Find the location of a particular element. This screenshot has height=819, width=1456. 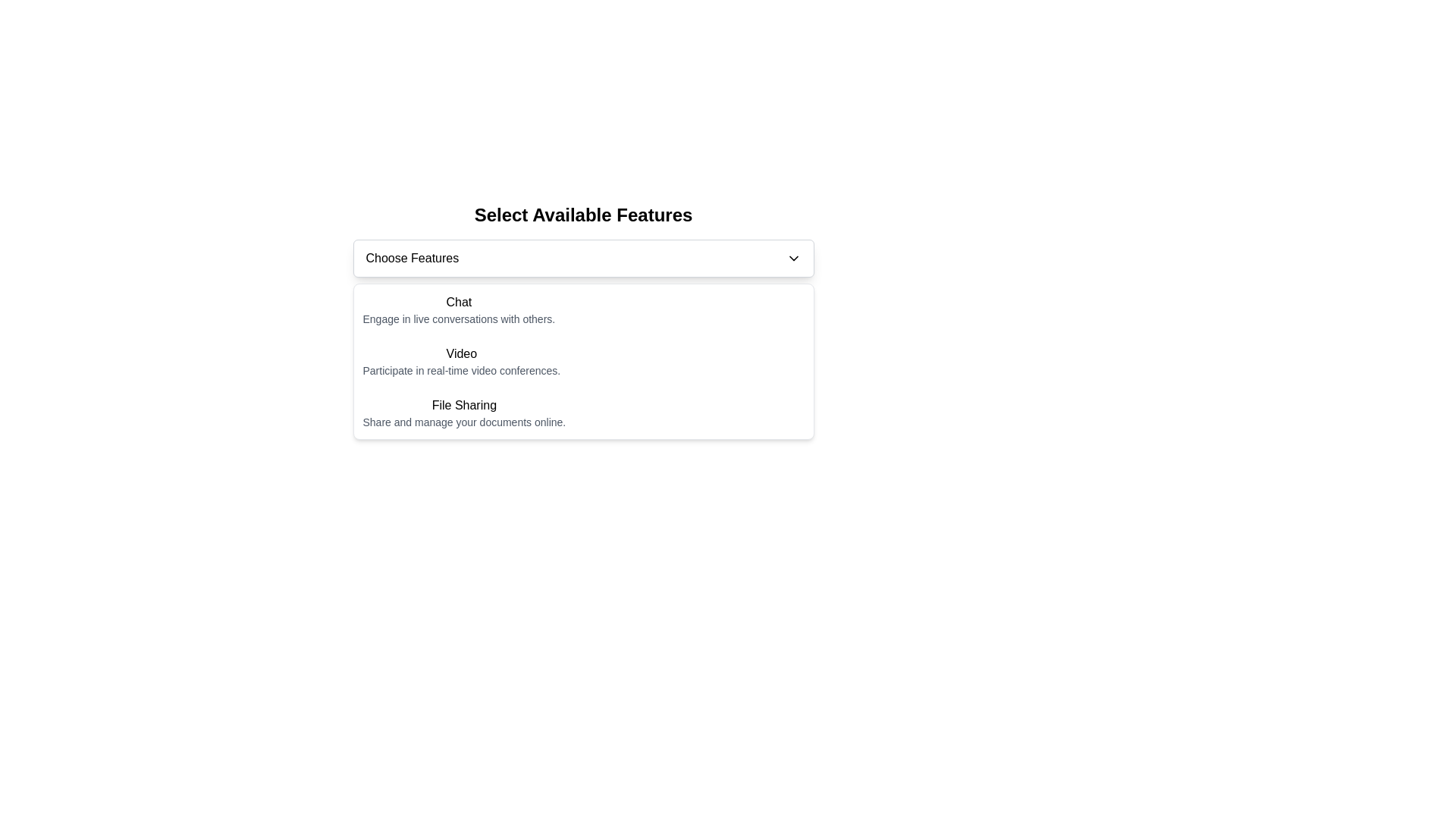

the header element that serves as a title for the section, indicating the selection of available features is located at coordinates (582, 215).